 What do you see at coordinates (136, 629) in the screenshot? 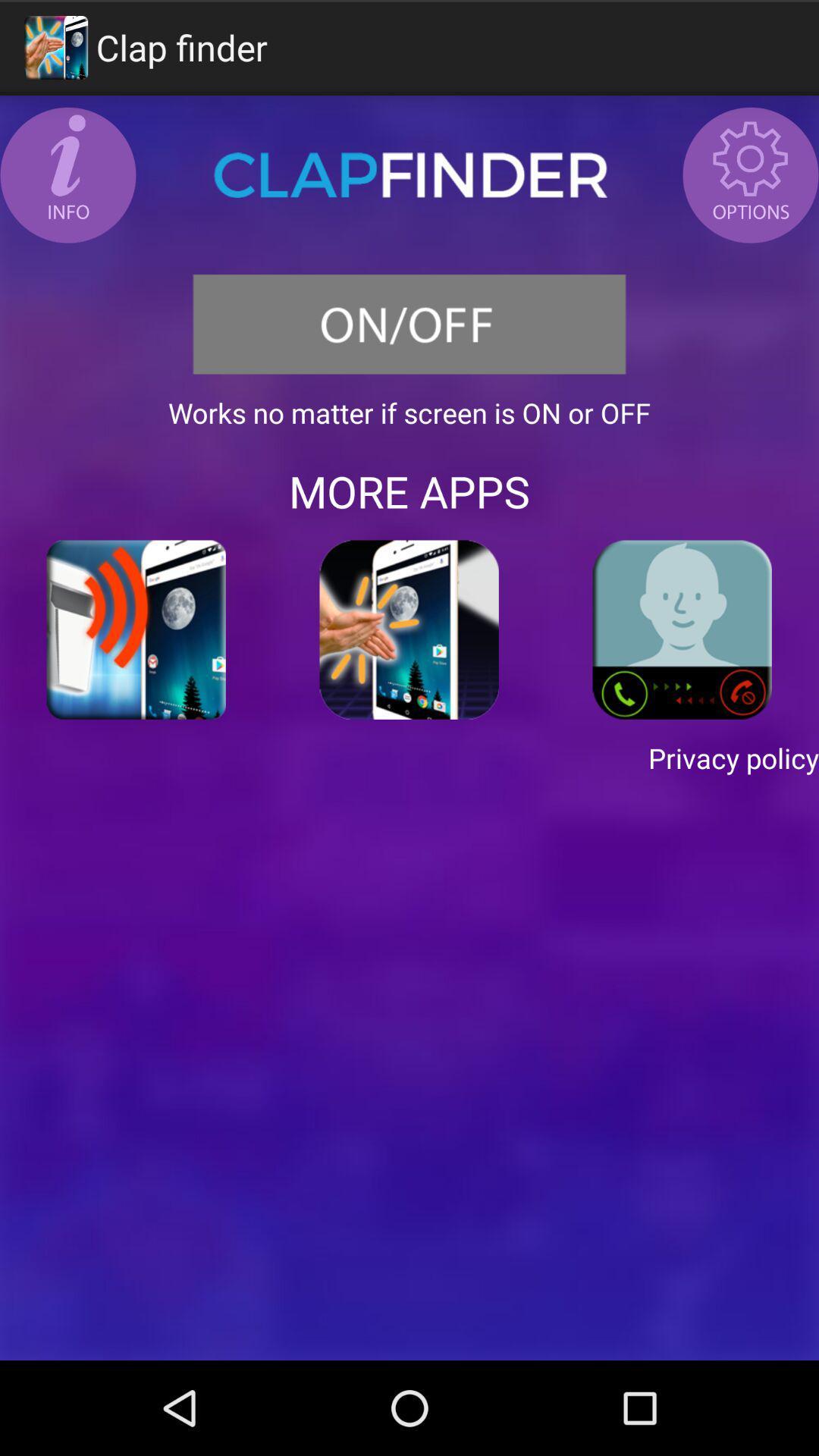
I see `open new app` at bounding box center [136, 629].